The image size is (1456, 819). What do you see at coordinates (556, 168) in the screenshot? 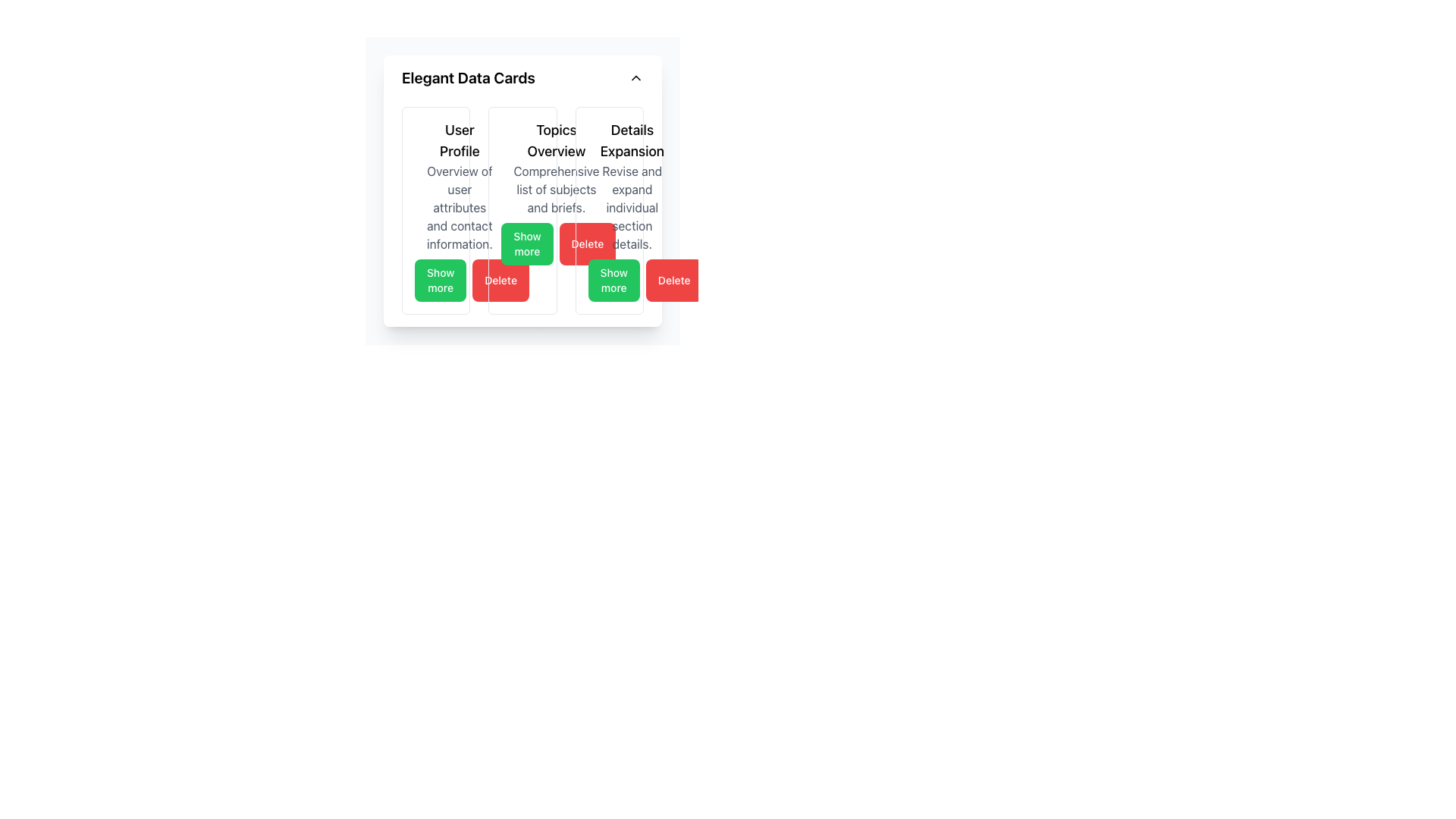
I see `the 'Topics Overview' text component` at bounding box center [556, 168].